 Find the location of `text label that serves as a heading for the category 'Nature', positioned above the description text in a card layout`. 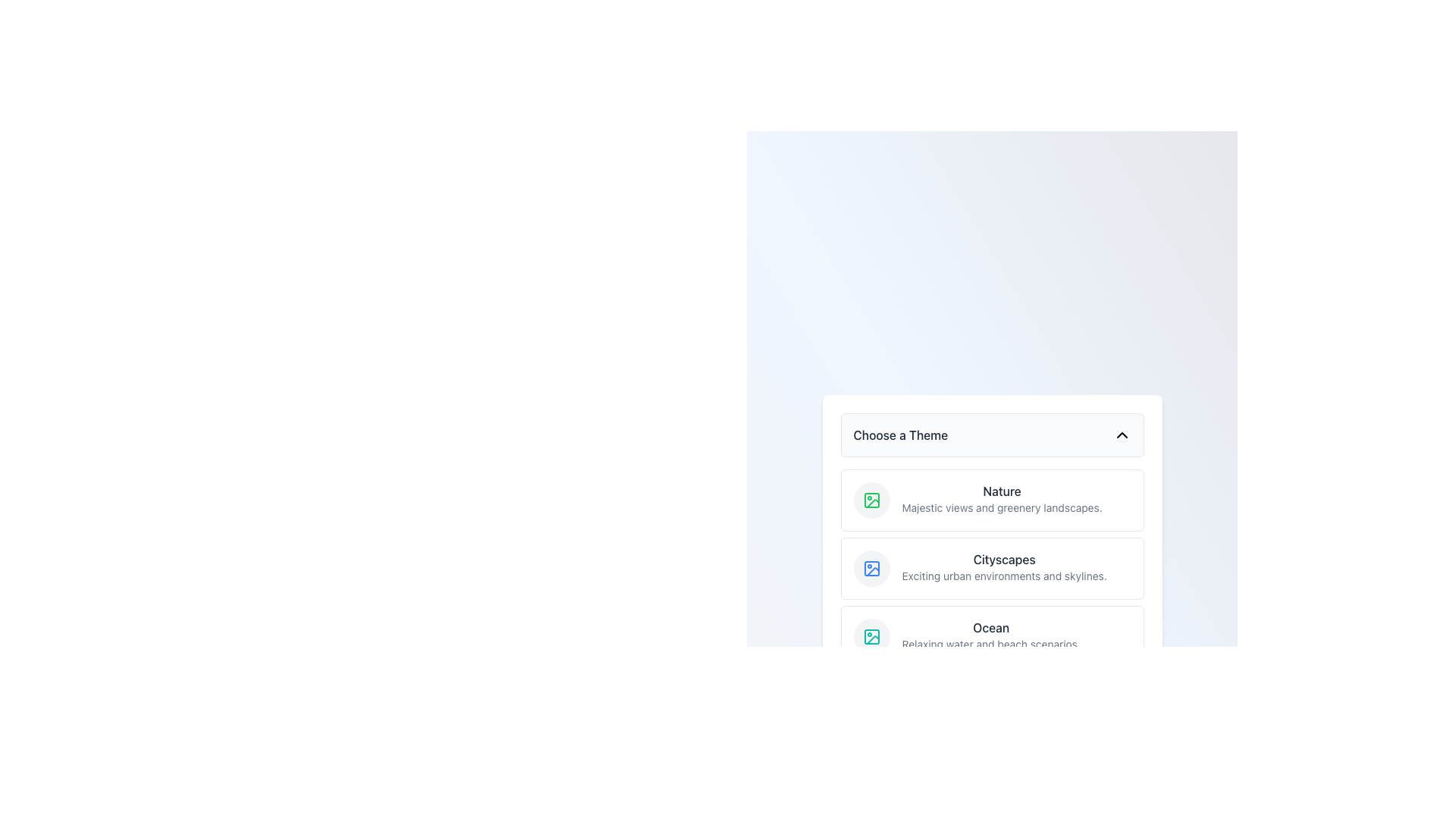

text label that serves as a heading for the category 'Nature', positioned above the description text in a card layout is located at coordinates (1002, 491).